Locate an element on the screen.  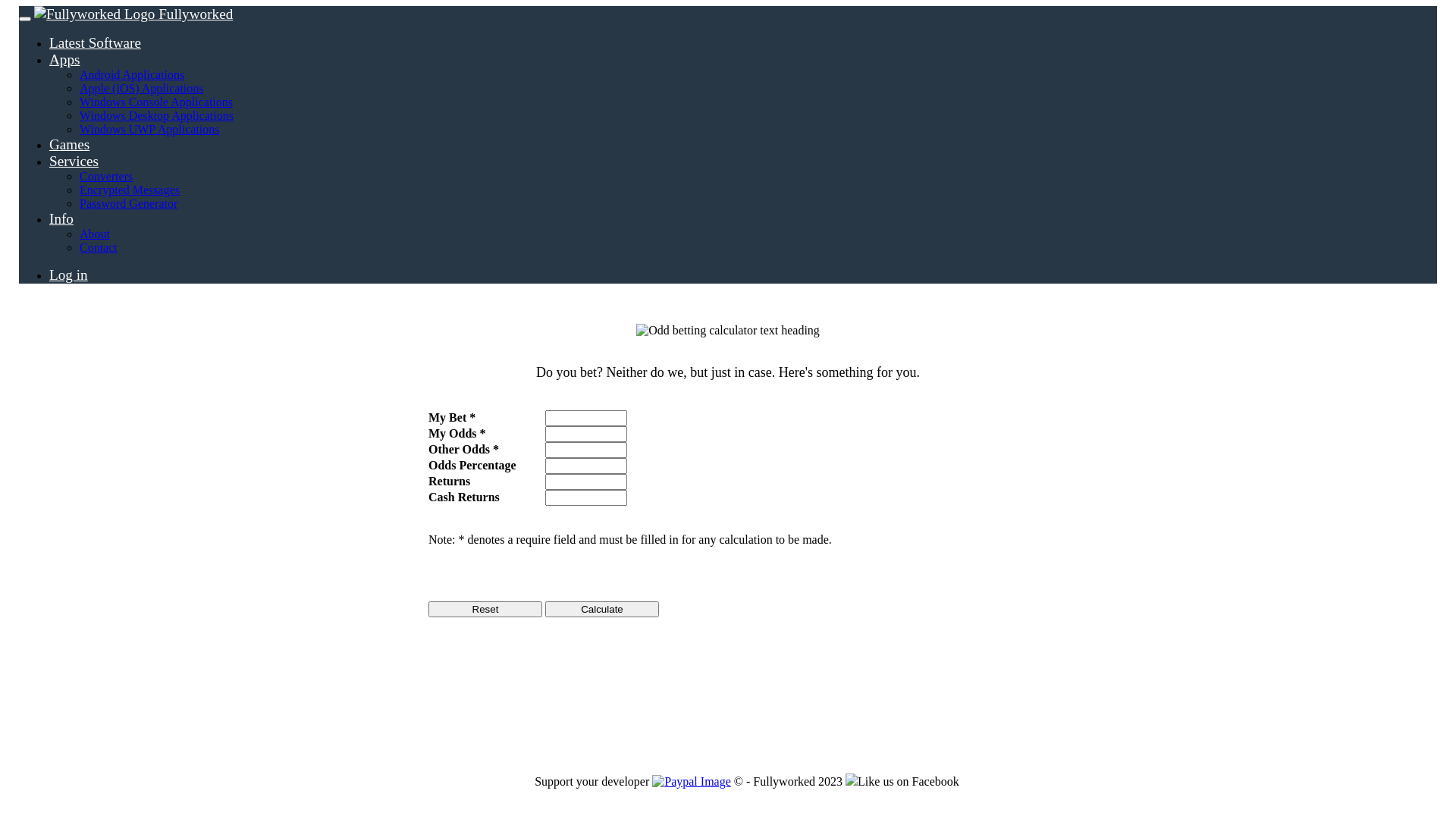
'Log in' is located at coordinates (67, 262).